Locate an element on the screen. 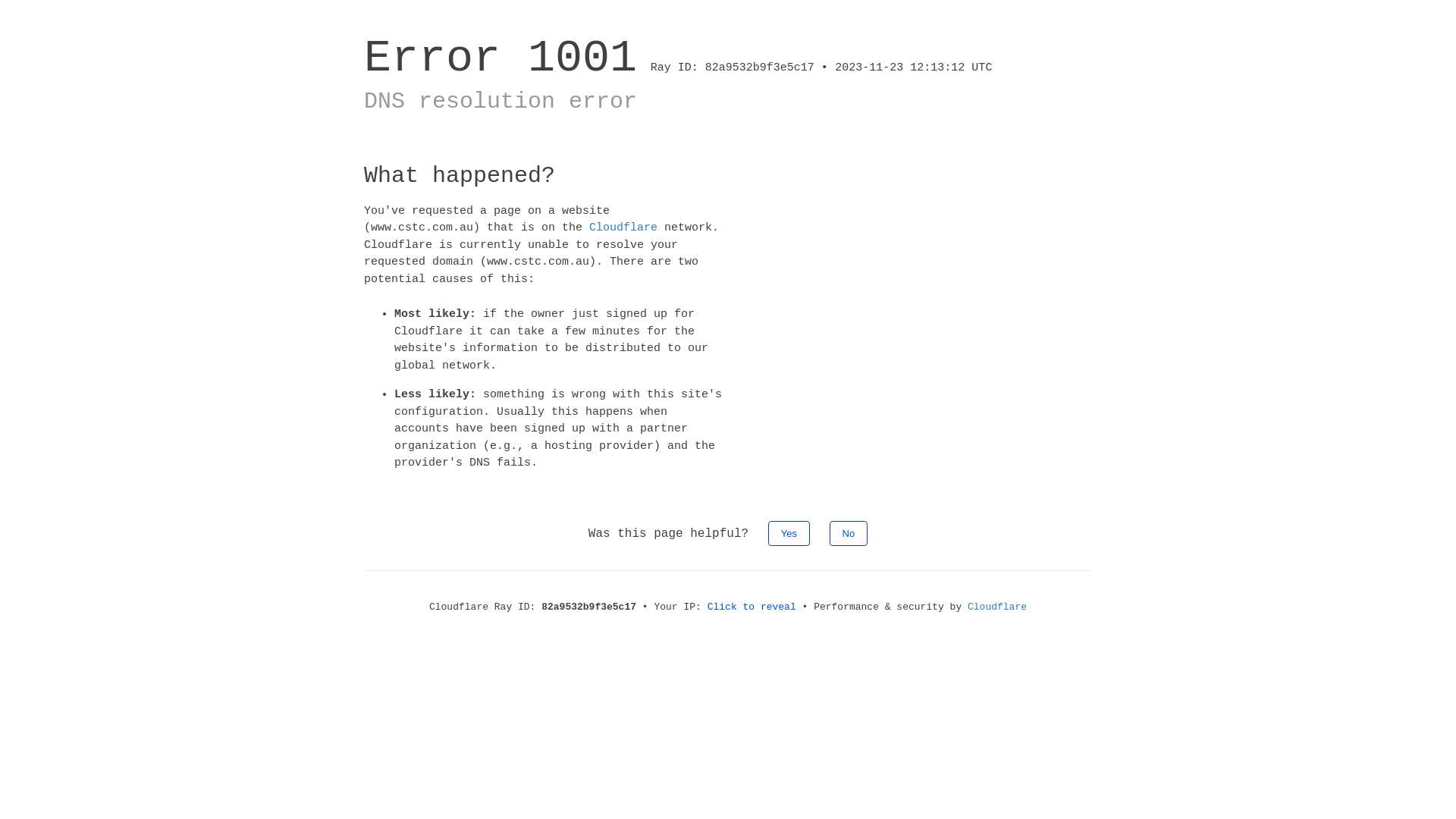 The image size is (1456, 819). 'Cloudflare' is located at coordinates (623, 227).